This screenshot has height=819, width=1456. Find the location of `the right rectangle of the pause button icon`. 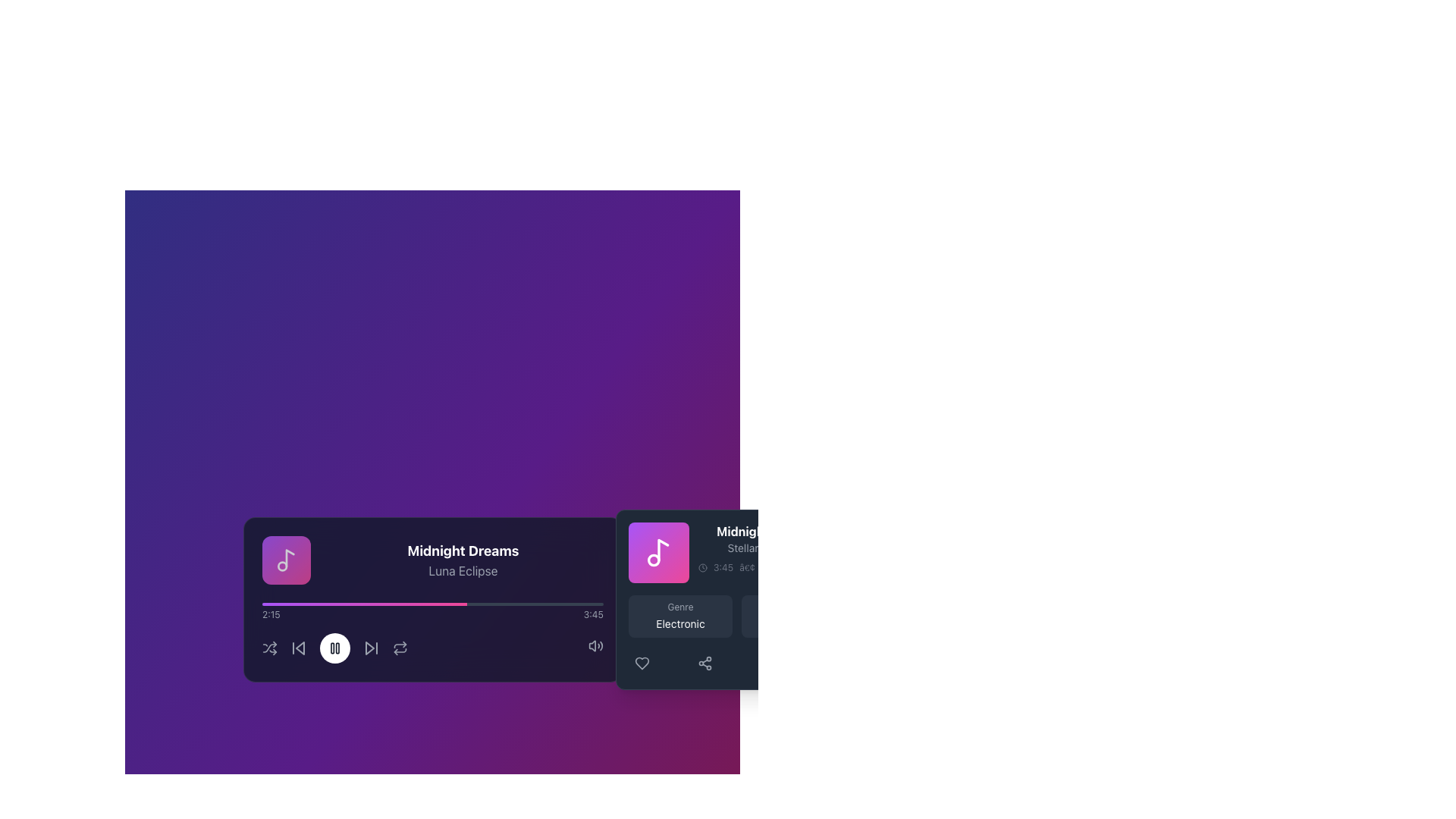

the right rectangle of the pause button icon is located at coordinates (336, 648).